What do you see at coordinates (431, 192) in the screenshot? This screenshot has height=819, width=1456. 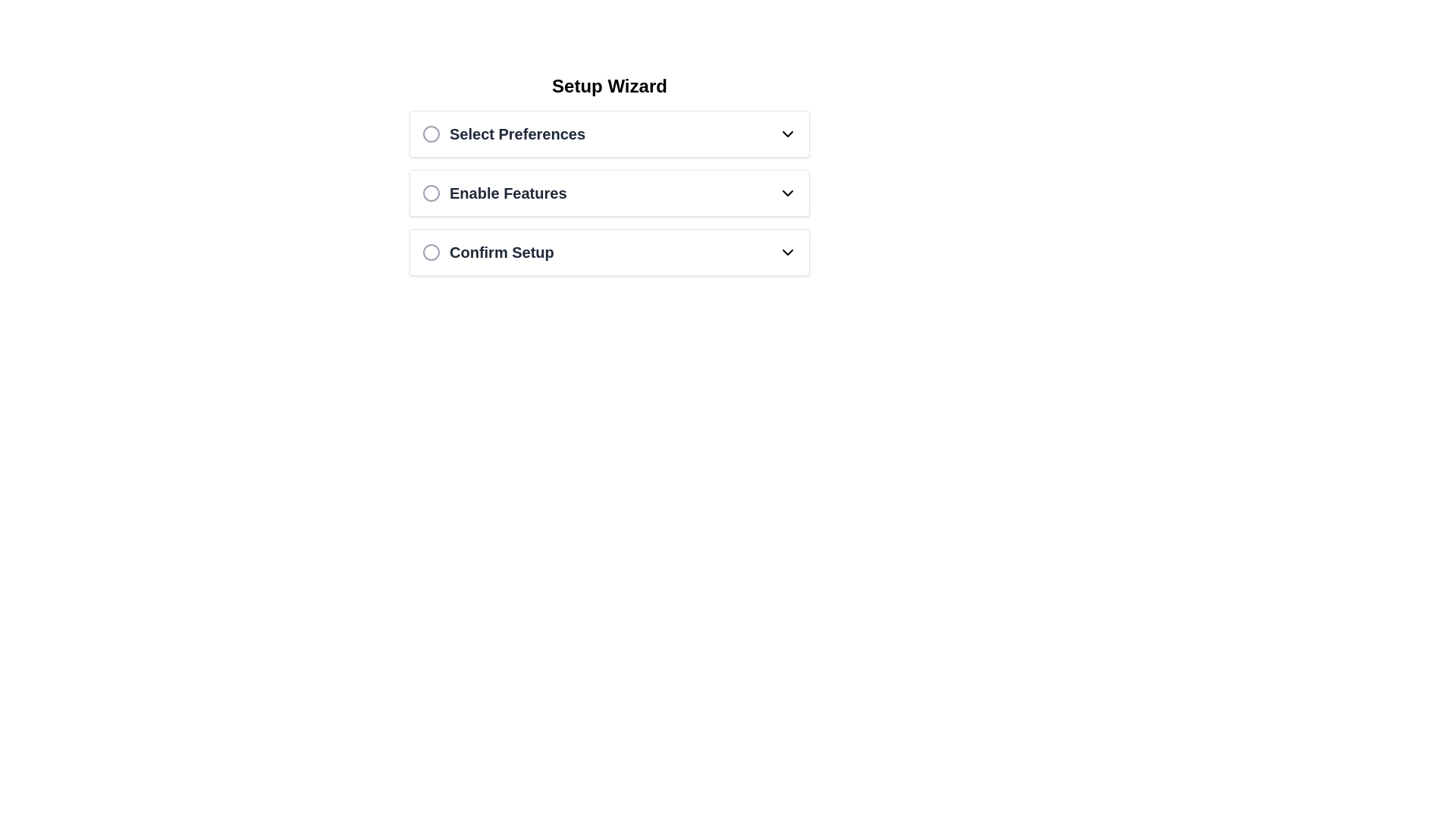 I see `the radio button positioned to the left of the text 'Enable Features' in the second row of a vertical list layout` at bounding box center [431, 192].